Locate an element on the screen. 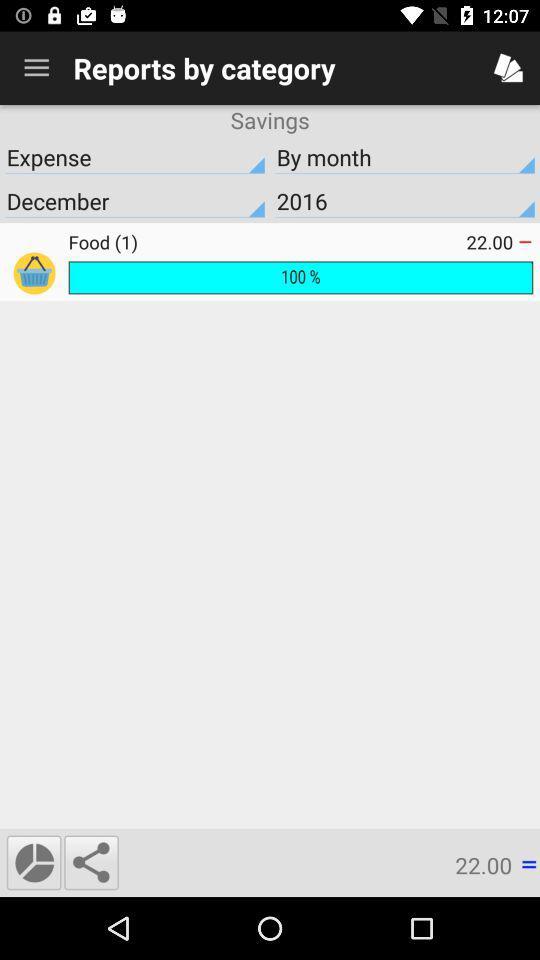 This screenshot has width=540, height=960. the icon above savings is located at coordinates (36, 68).